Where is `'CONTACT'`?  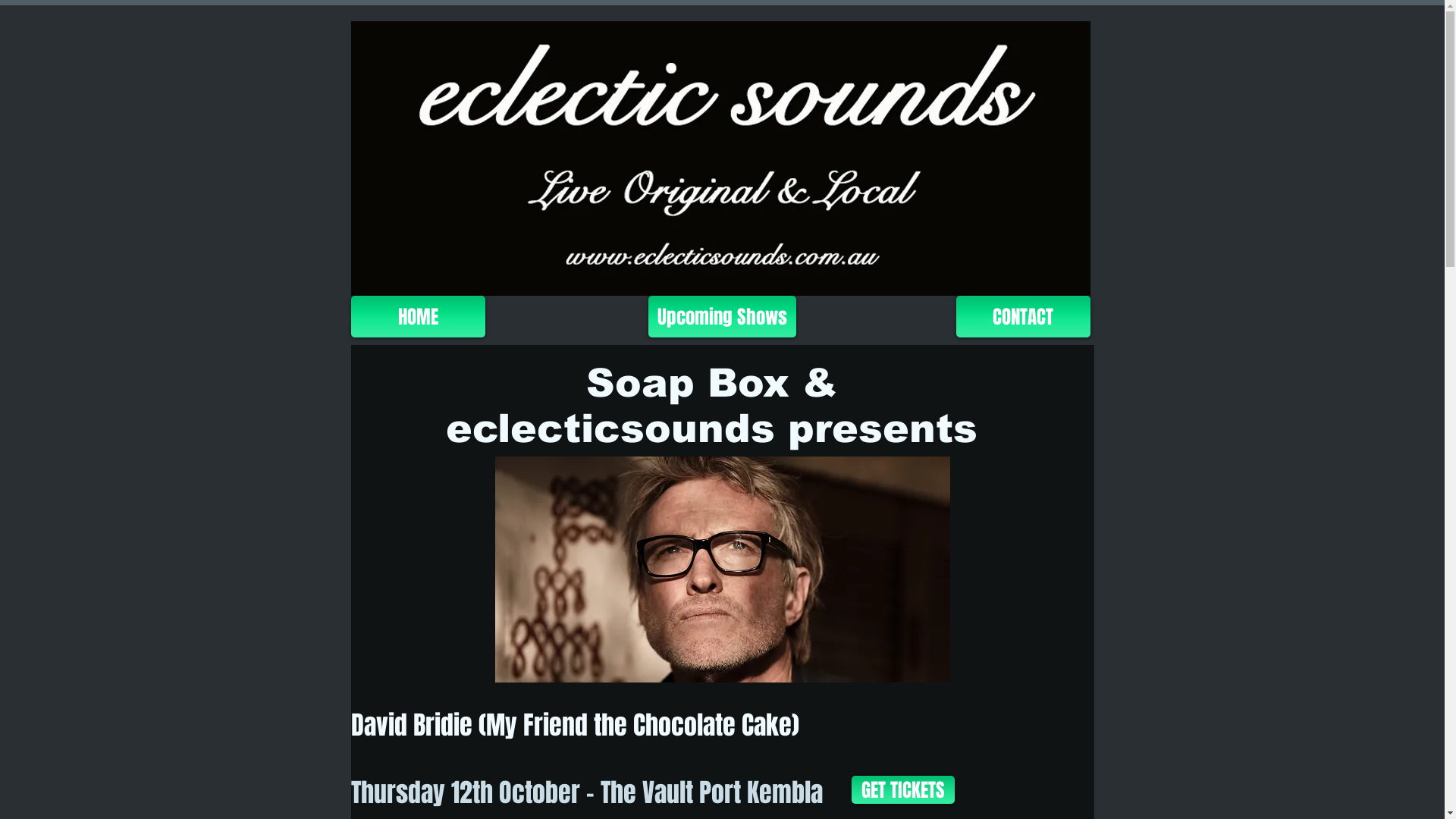
'CONTACT' is located at coordinates (1022, 315).